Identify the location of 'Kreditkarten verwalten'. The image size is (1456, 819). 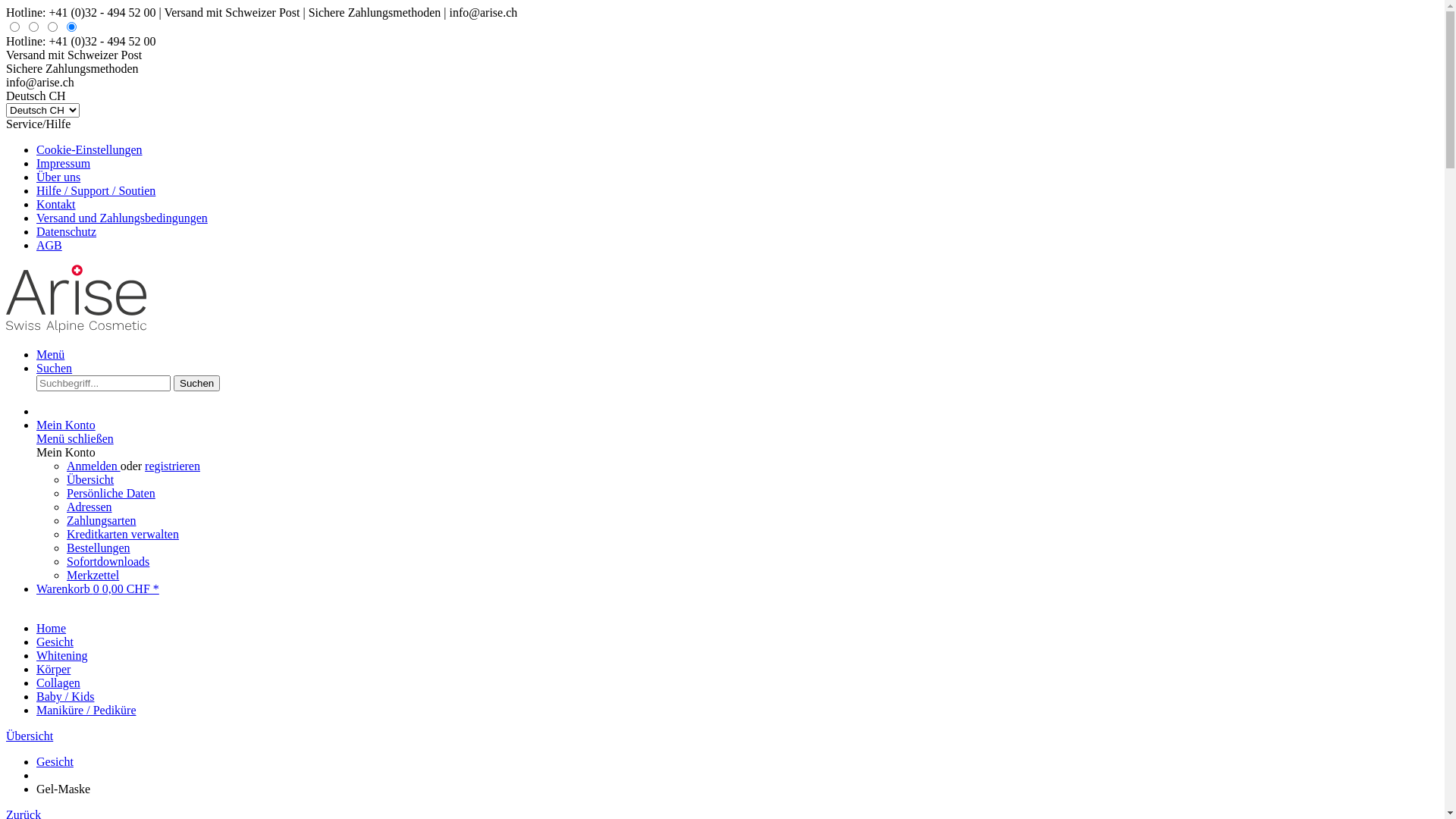
(123, 533).